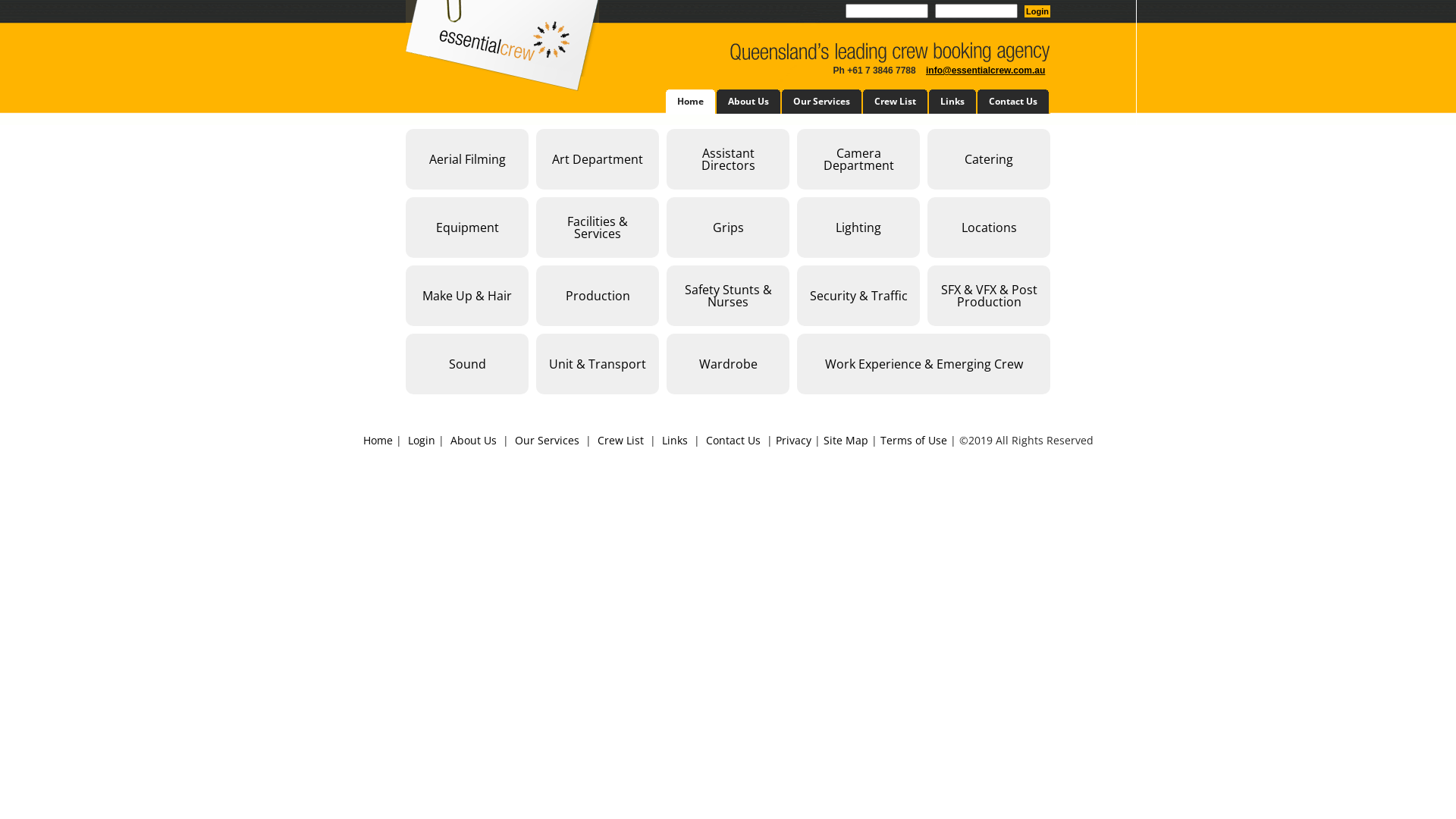 The image size is (1456, 819). I want to click on 'Security & Traffic', so click(858, 295).